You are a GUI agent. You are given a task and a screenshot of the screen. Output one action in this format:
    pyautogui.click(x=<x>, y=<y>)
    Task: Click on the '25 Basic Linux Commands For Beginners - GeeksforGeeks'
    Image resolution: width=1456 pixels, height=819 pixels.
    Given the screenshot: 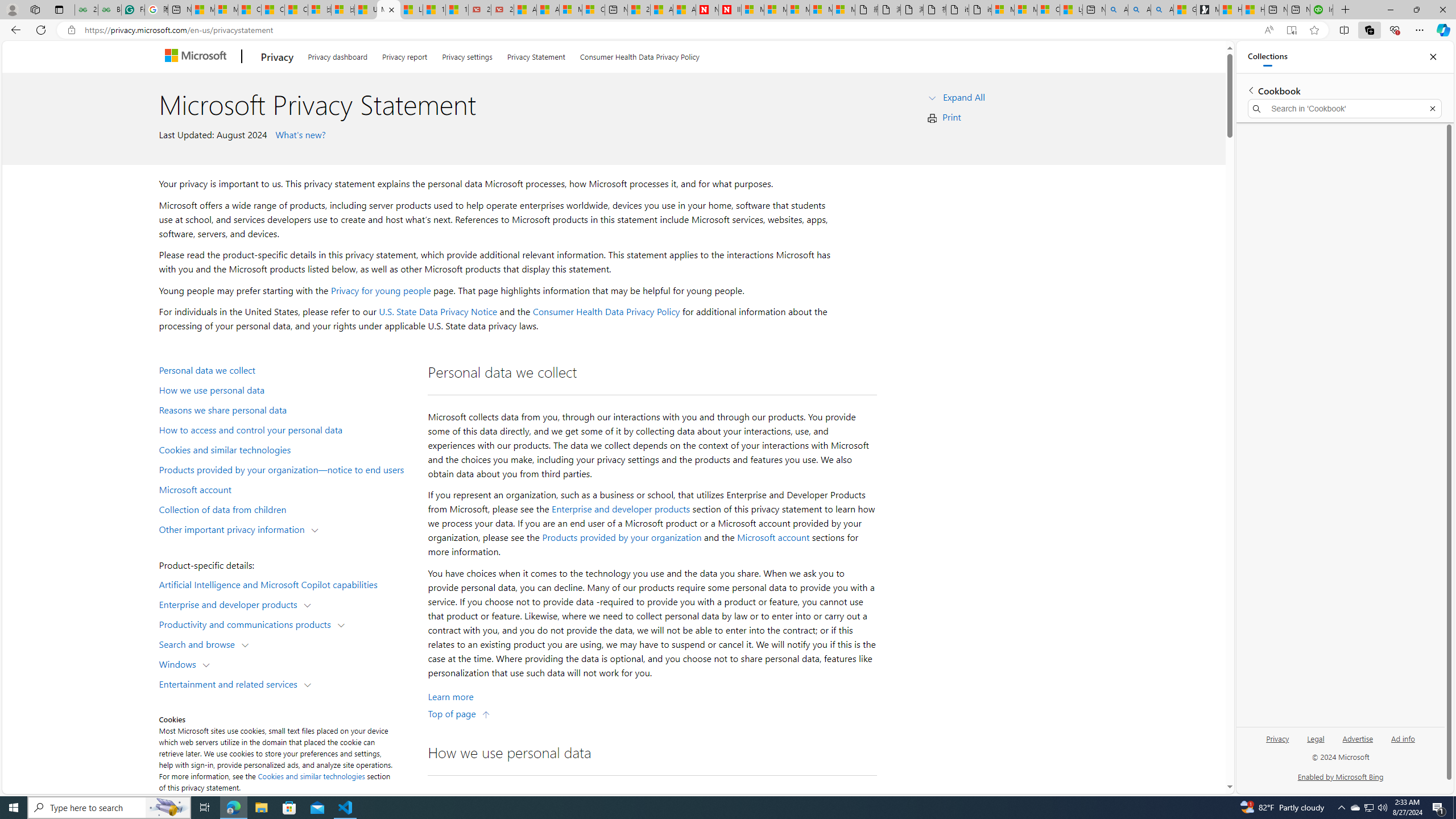 What is the action you would take?
    pyautogui.click(x=86, y=9)
    